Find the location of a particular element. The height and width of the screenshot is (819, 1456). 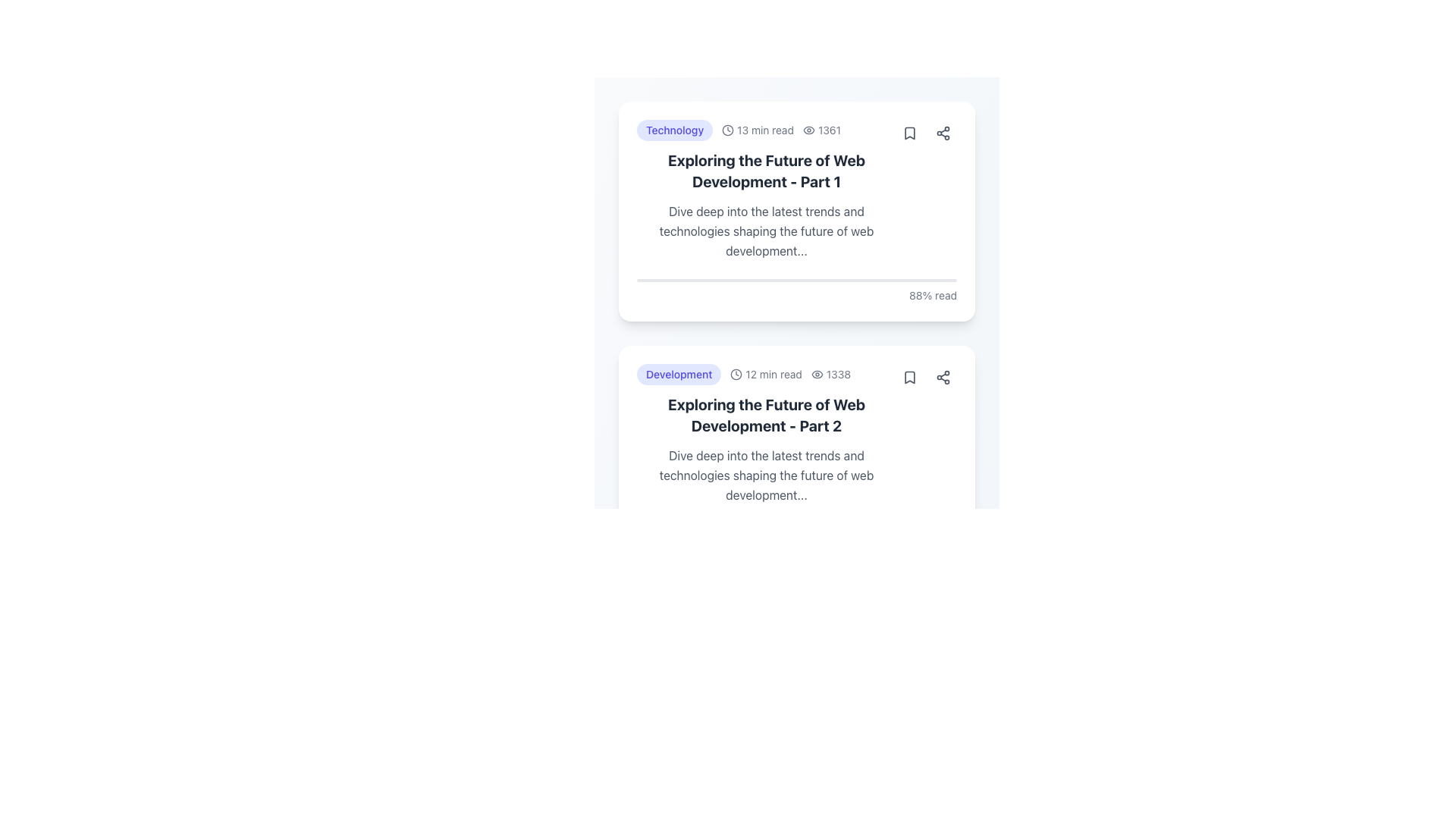

the bookmark icon located at the top-right corner of the second article card titled 'Exploring the Future of Web Development - Part 2' to bookmark the article is located at coordinates (910, 376).